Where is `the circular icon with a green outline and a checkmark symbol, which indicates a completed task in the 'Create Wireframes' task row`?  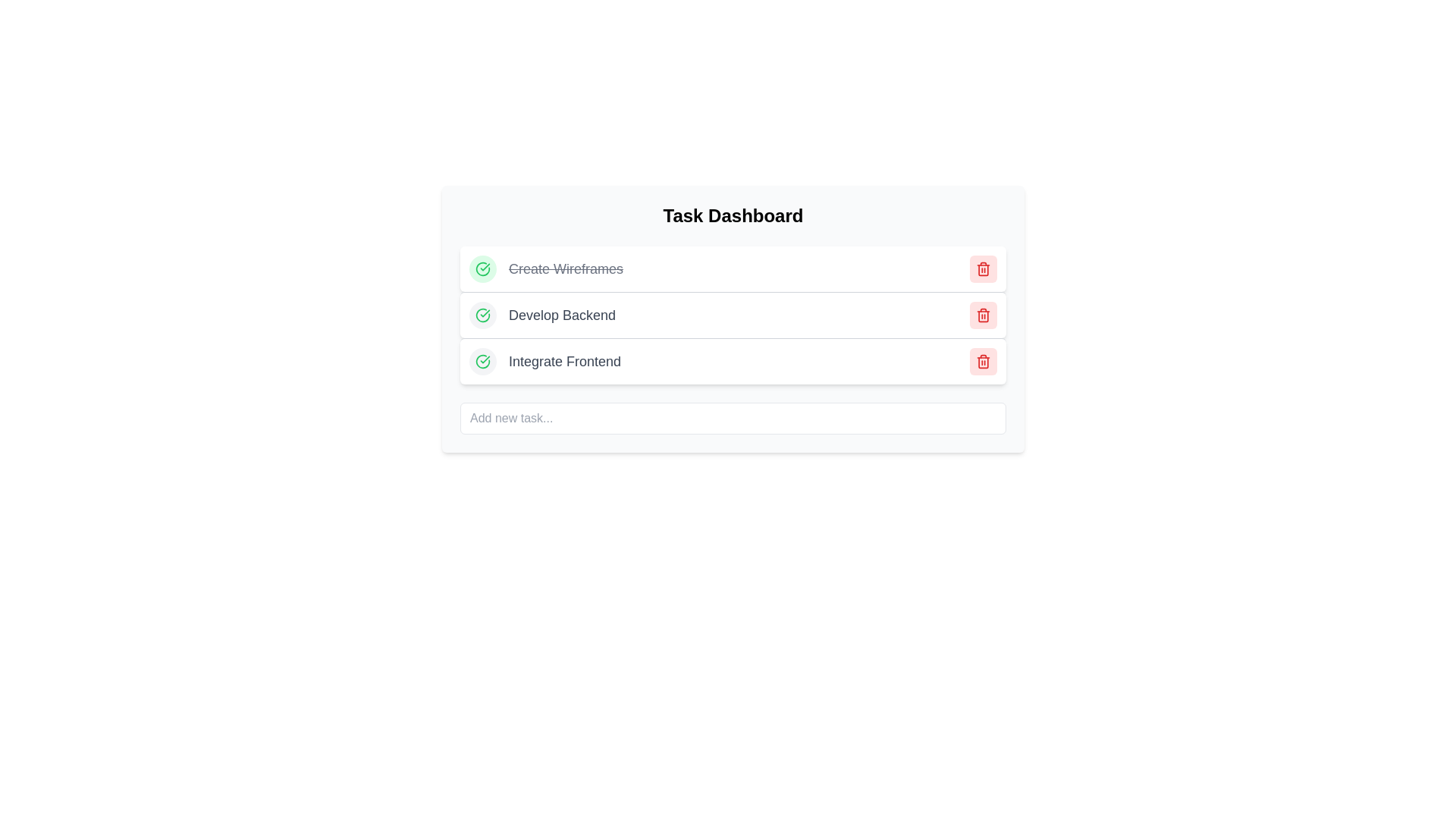
the circular icon with a green outline and a checkmark symbol, which indicates a completed task in the 'Create Wireframes' task row is located at coordinates (482, 362).